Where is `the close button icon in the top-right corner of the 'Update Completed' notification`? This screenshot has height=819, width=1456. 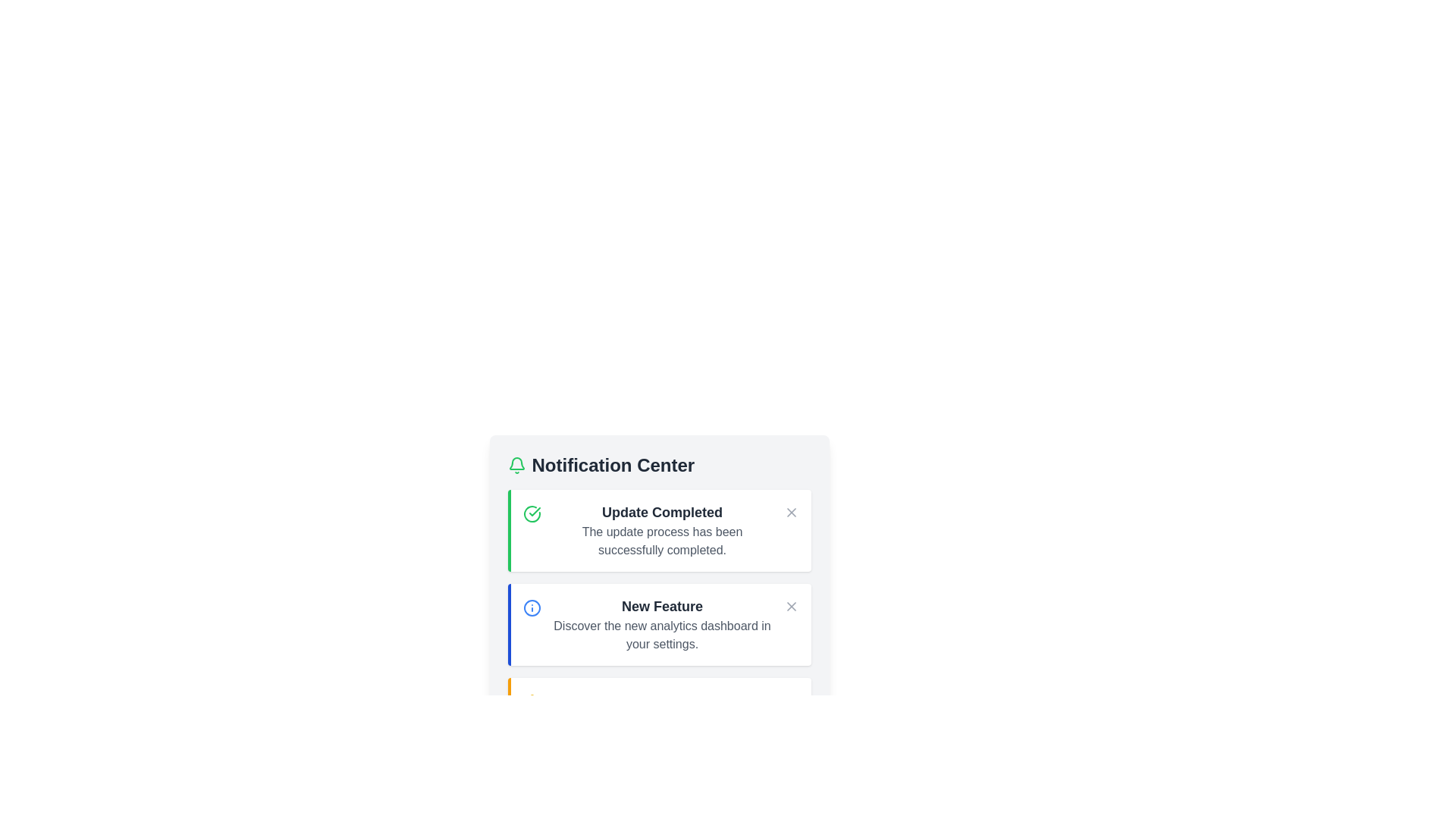
the close button icon in the top-right corner of the 'Update Completed' notification is located at coordinates (790, 512).